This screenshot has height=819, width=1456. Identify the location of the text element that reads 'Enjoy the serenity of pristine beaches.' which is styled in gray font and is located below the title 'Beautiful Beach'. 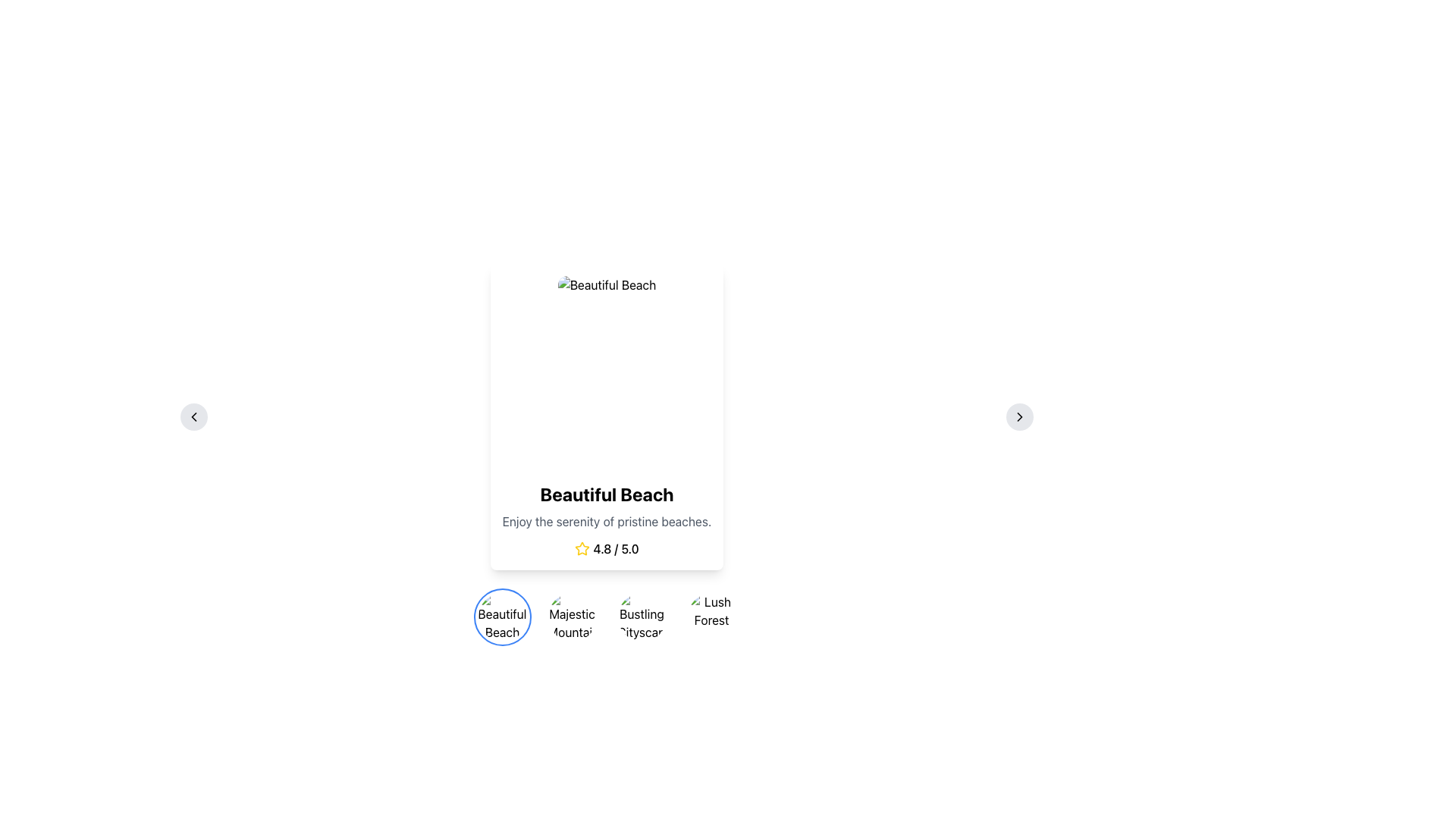
(607, 520).